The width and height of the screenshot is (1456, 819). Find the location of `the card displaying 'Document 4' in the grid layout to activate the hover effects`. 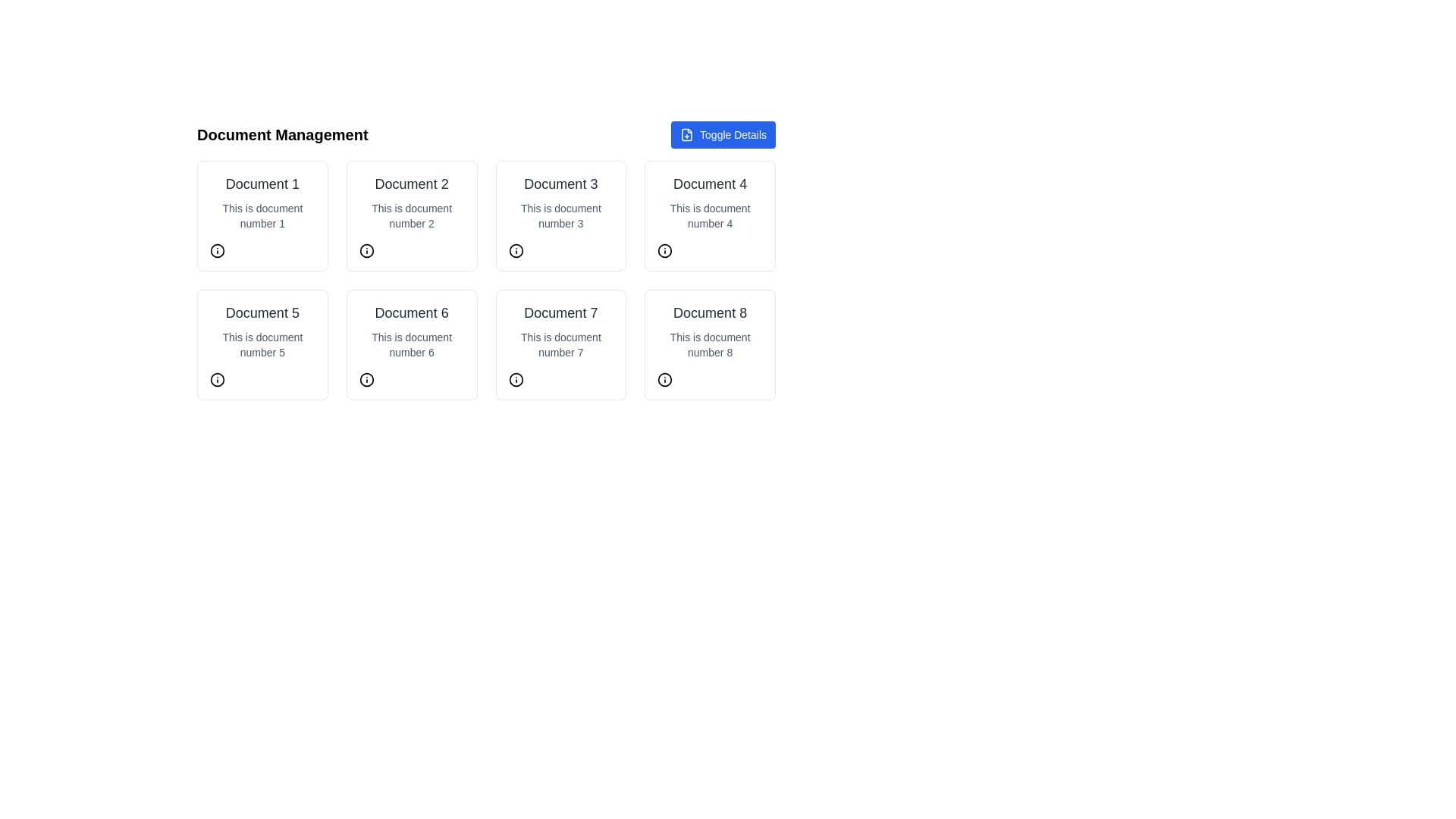

the card displaying 'Document 4' in the grid layout to activate the hover effects is located at coordinates (709, 216).